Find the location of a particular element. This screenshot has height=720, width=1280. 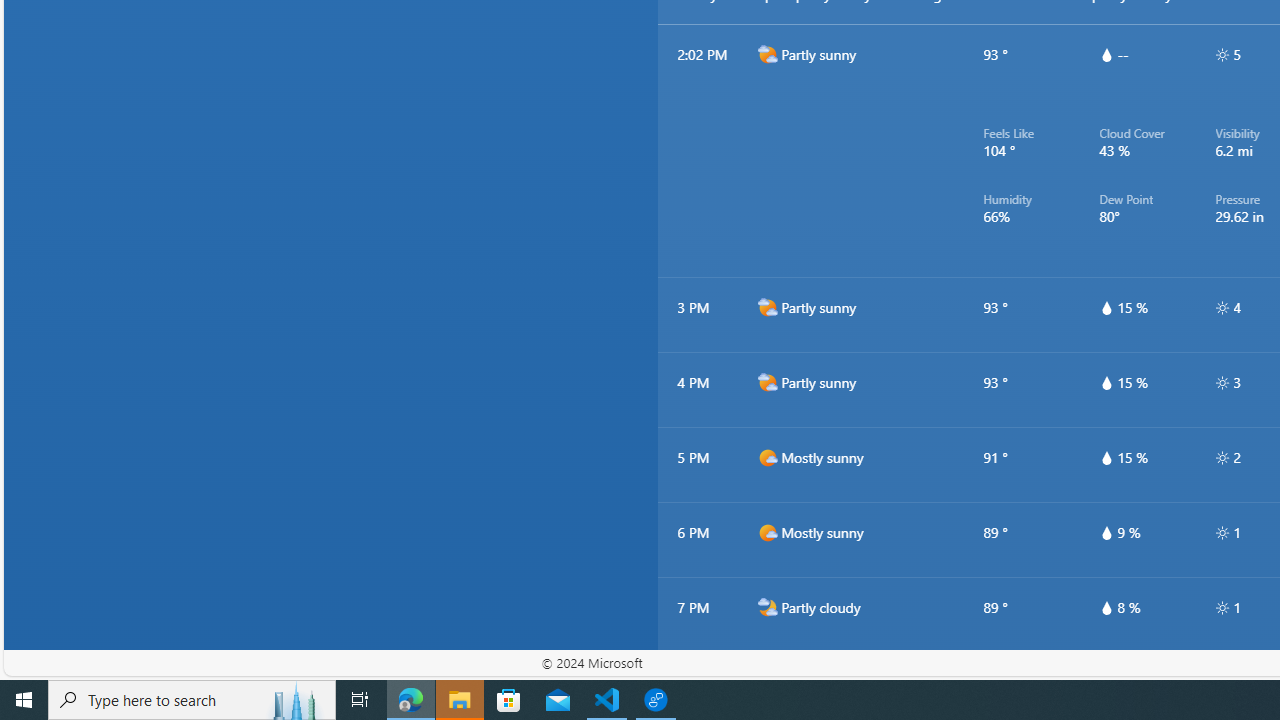

'd1000' is located at coordinates (766, 531).